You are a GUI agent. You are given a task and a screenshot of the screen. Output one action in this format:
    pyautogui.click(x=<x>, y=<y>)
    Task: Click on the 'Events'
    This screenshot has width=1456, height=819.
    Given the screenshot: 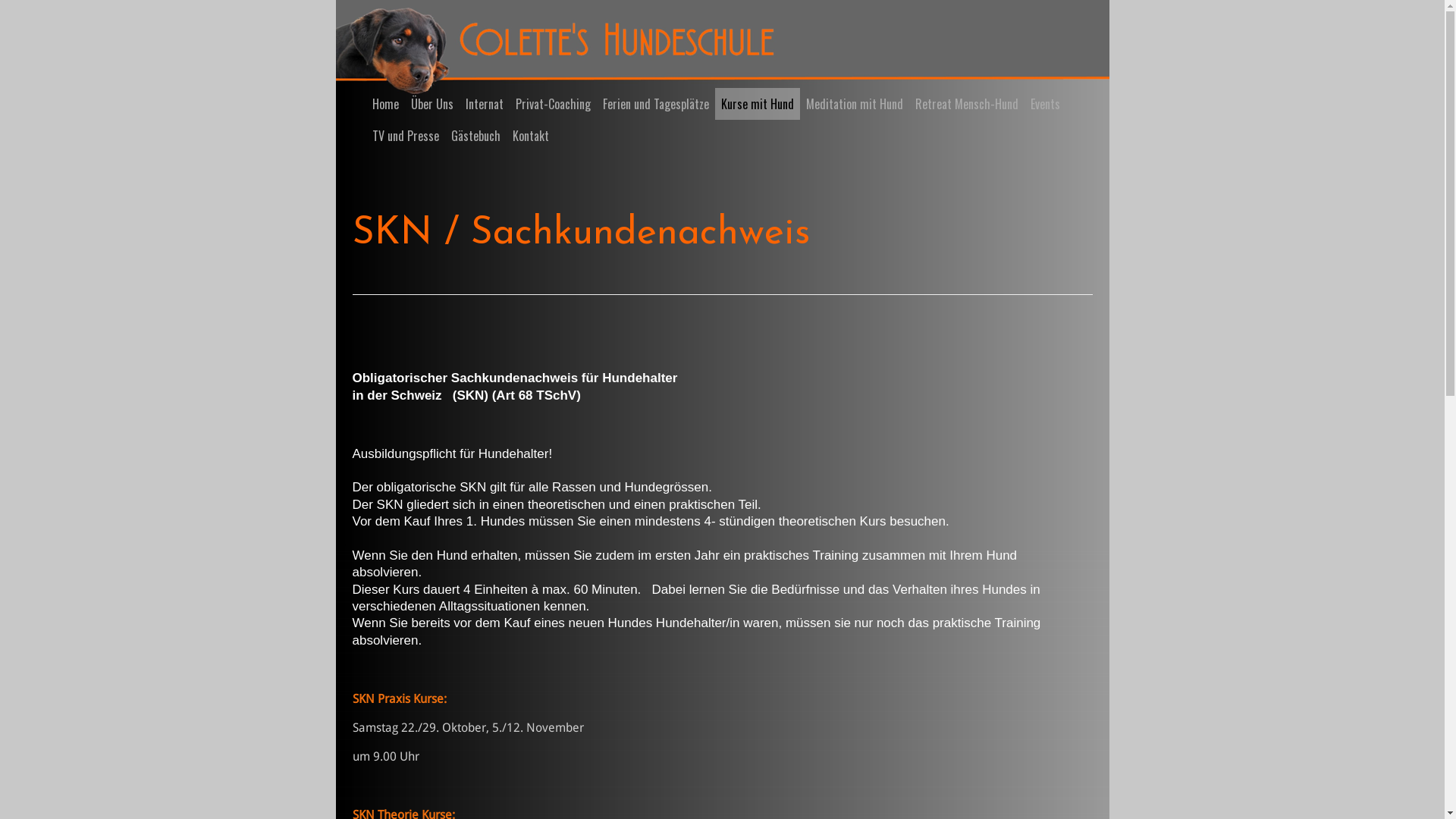 What is the action you would take?
    pyautogui.click(x=1023, y=103)
    